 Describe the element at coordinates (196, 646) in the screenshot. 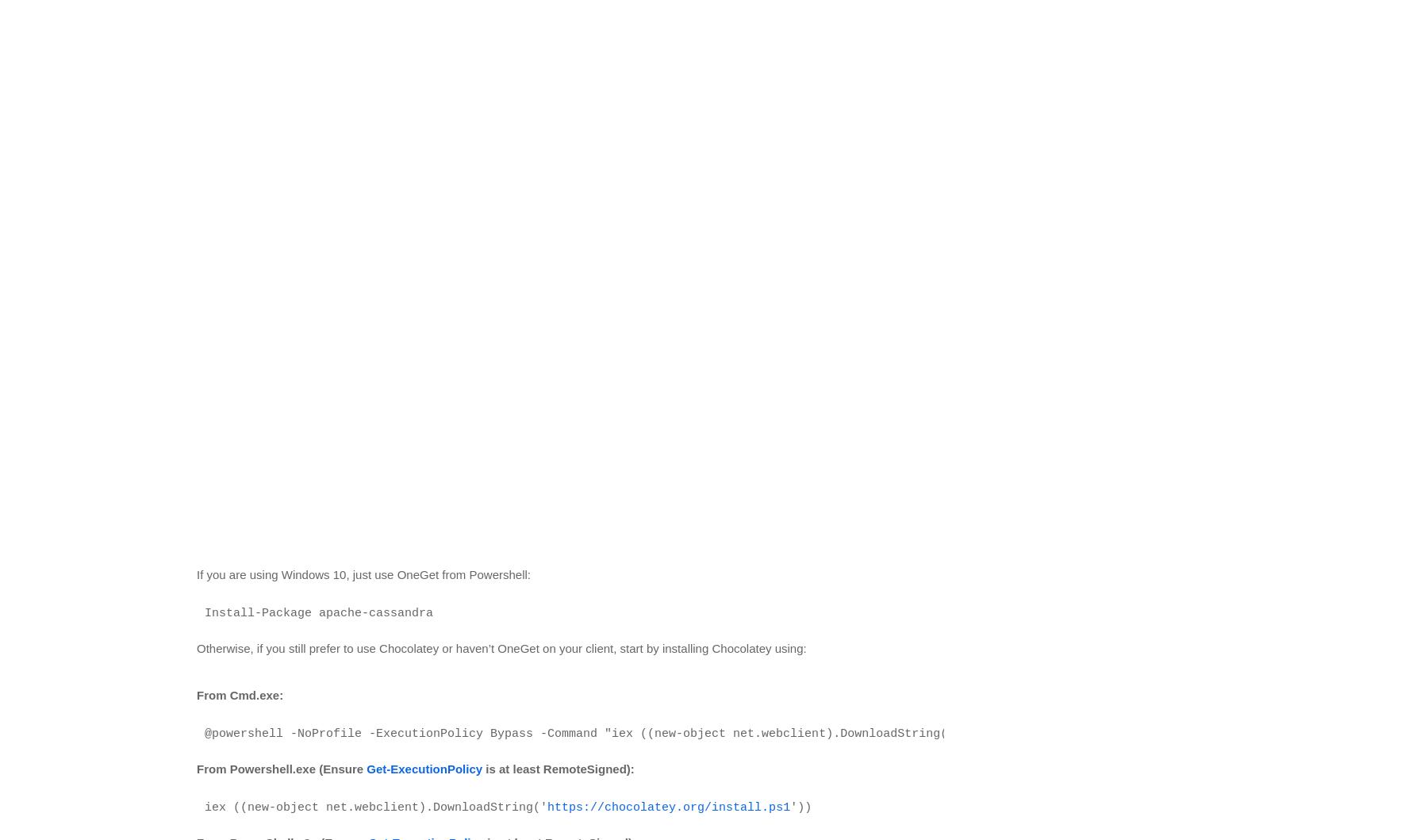

I see `'Otherwise, if you still prefer to use Chocolatey or haven’t OneGet on your client, start by installing Chocolatey using:'` at that location.